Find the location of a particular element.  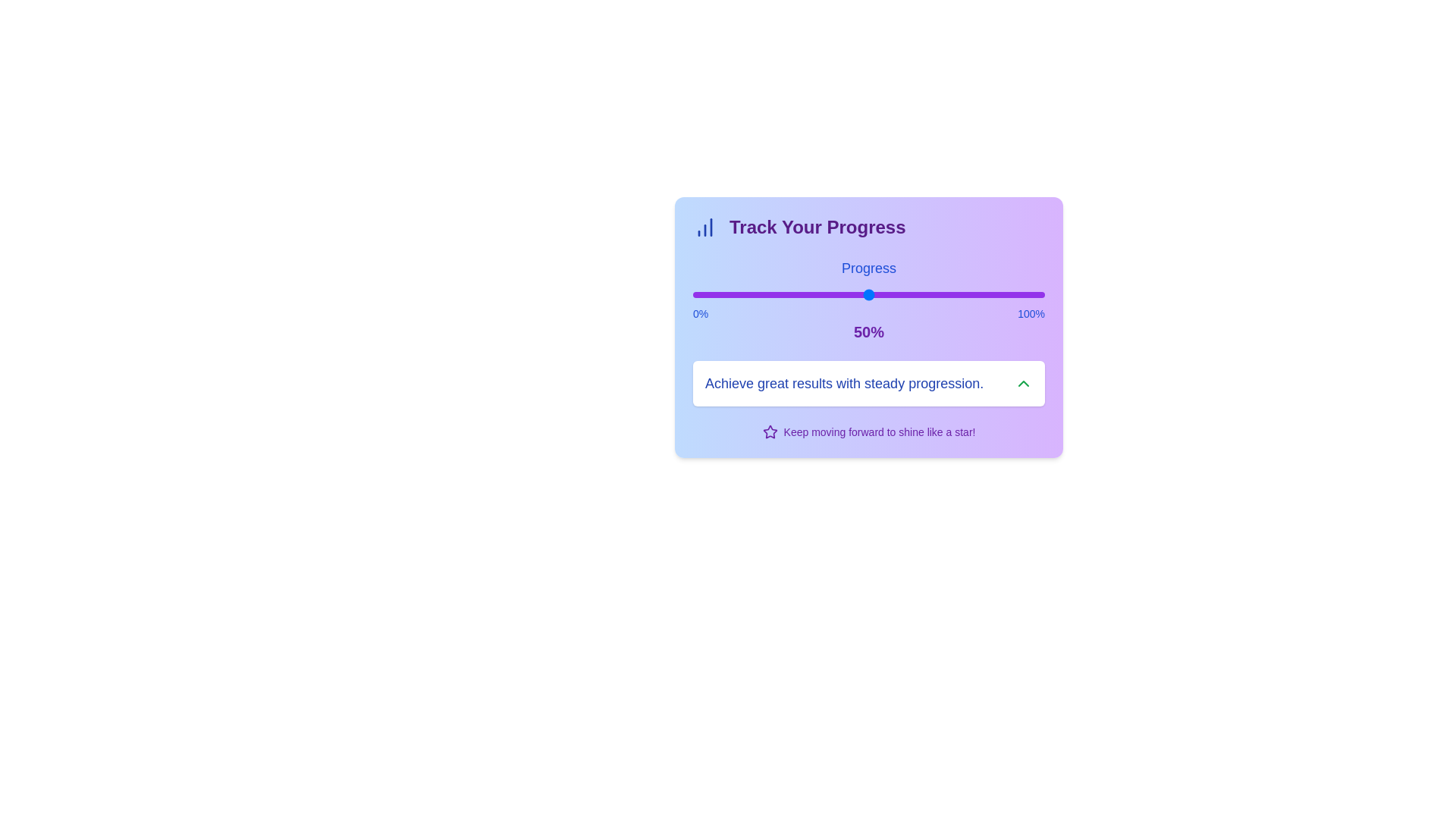

the progress value is located at coordinates (956, 295).